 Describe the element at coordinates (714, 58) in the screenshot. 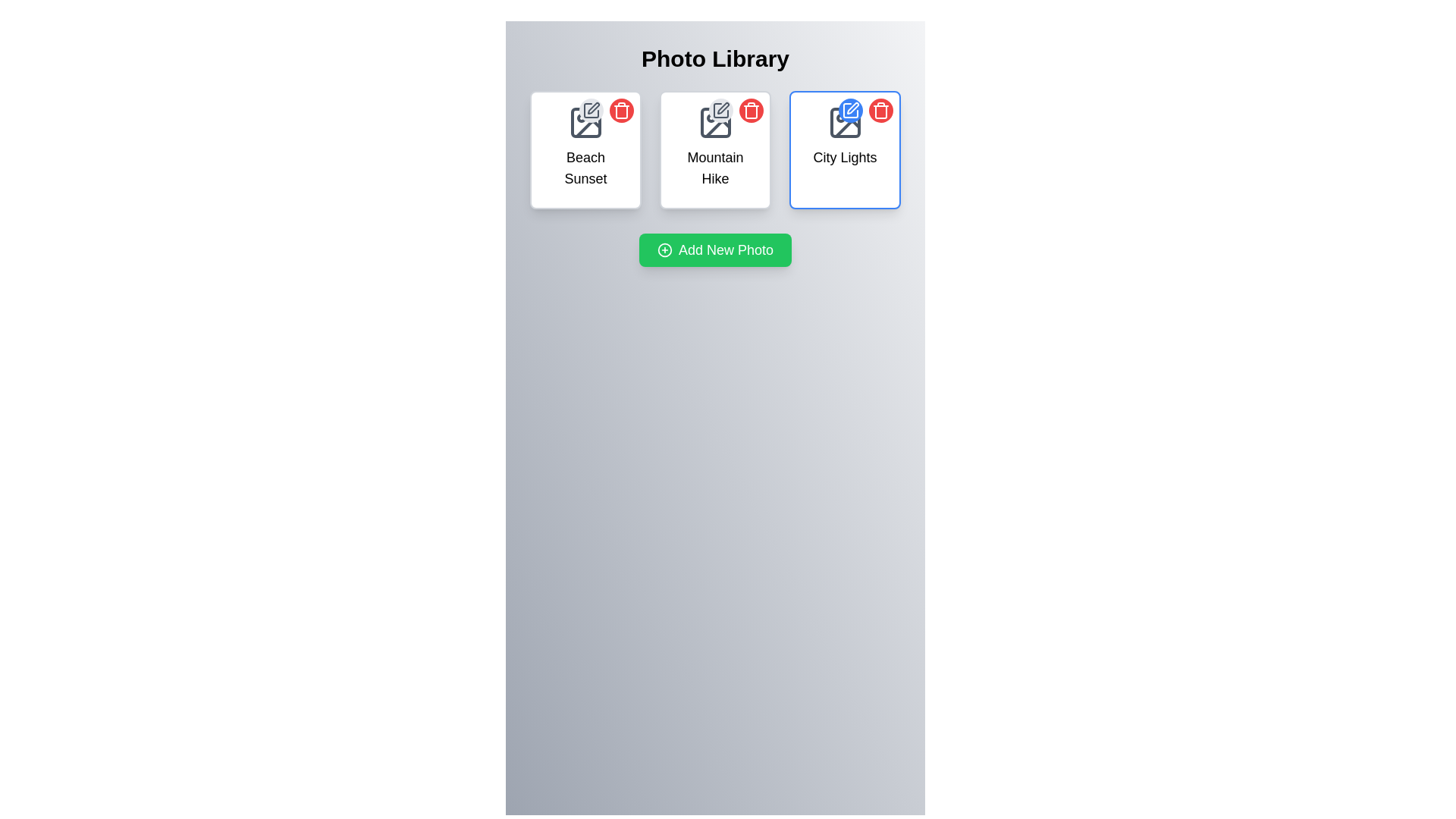

I see `the heading Text Label of the photo library interface, which is centrally positioned at the top of the page and serves as the primary indicator of the page's content` at that location.